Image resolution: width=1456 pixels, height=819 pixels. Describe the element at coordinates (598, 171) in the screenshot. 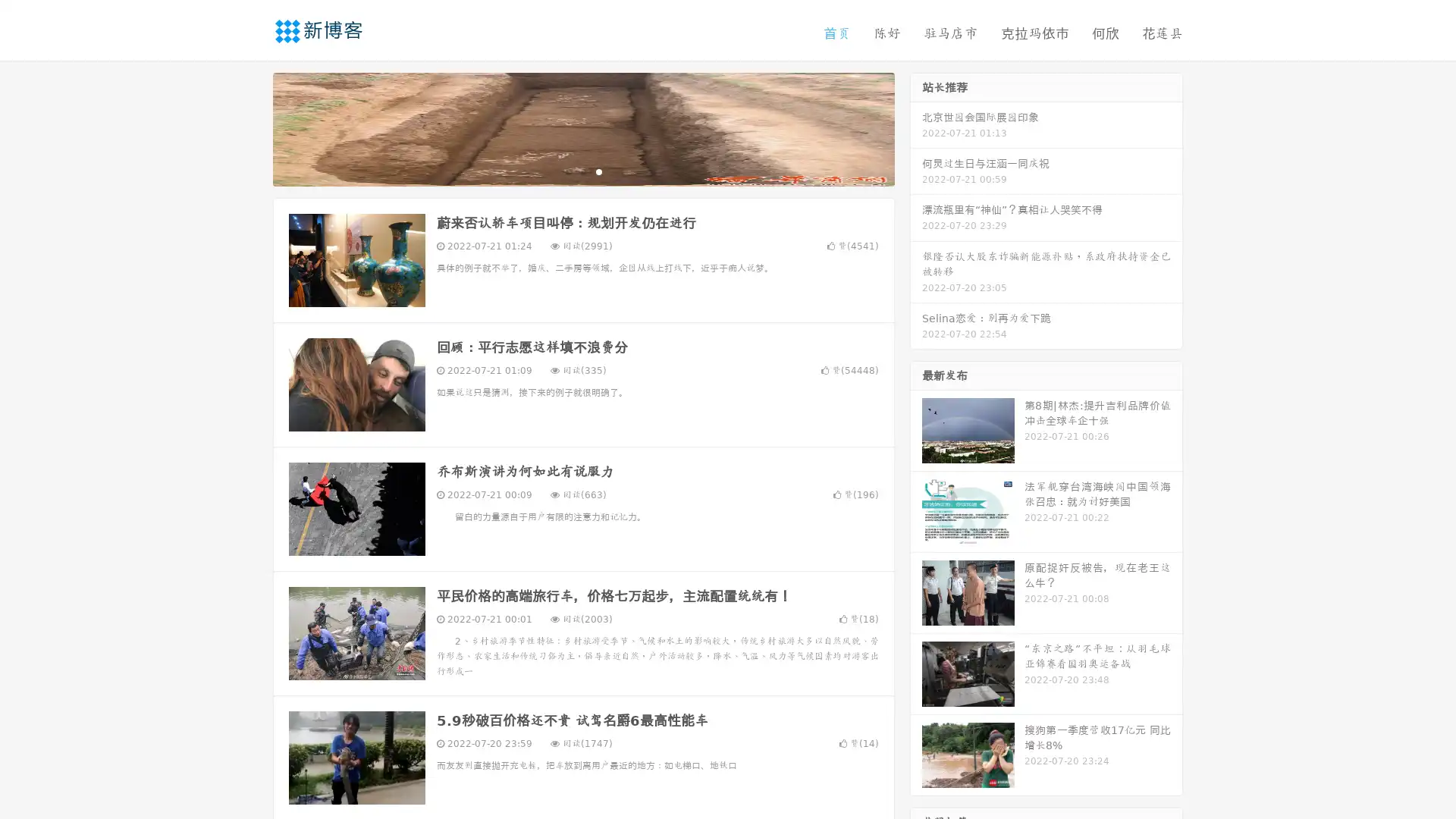

I see `Go to slide 3` at that location.